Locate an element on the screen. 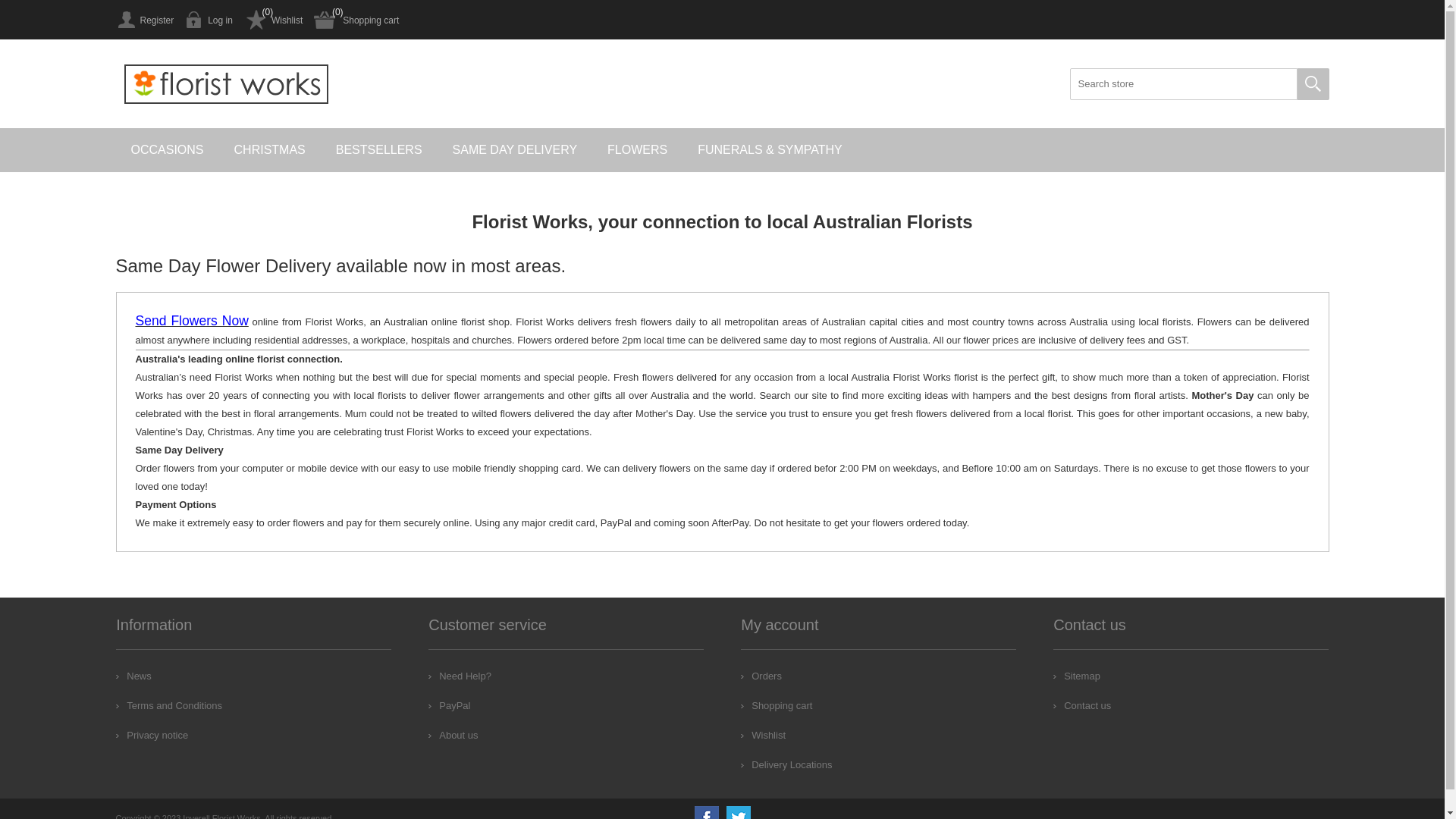 Image resolution: width=1456 pixels, height=819 pixels. 'Contact us' is located at coordinates (1081, 705).